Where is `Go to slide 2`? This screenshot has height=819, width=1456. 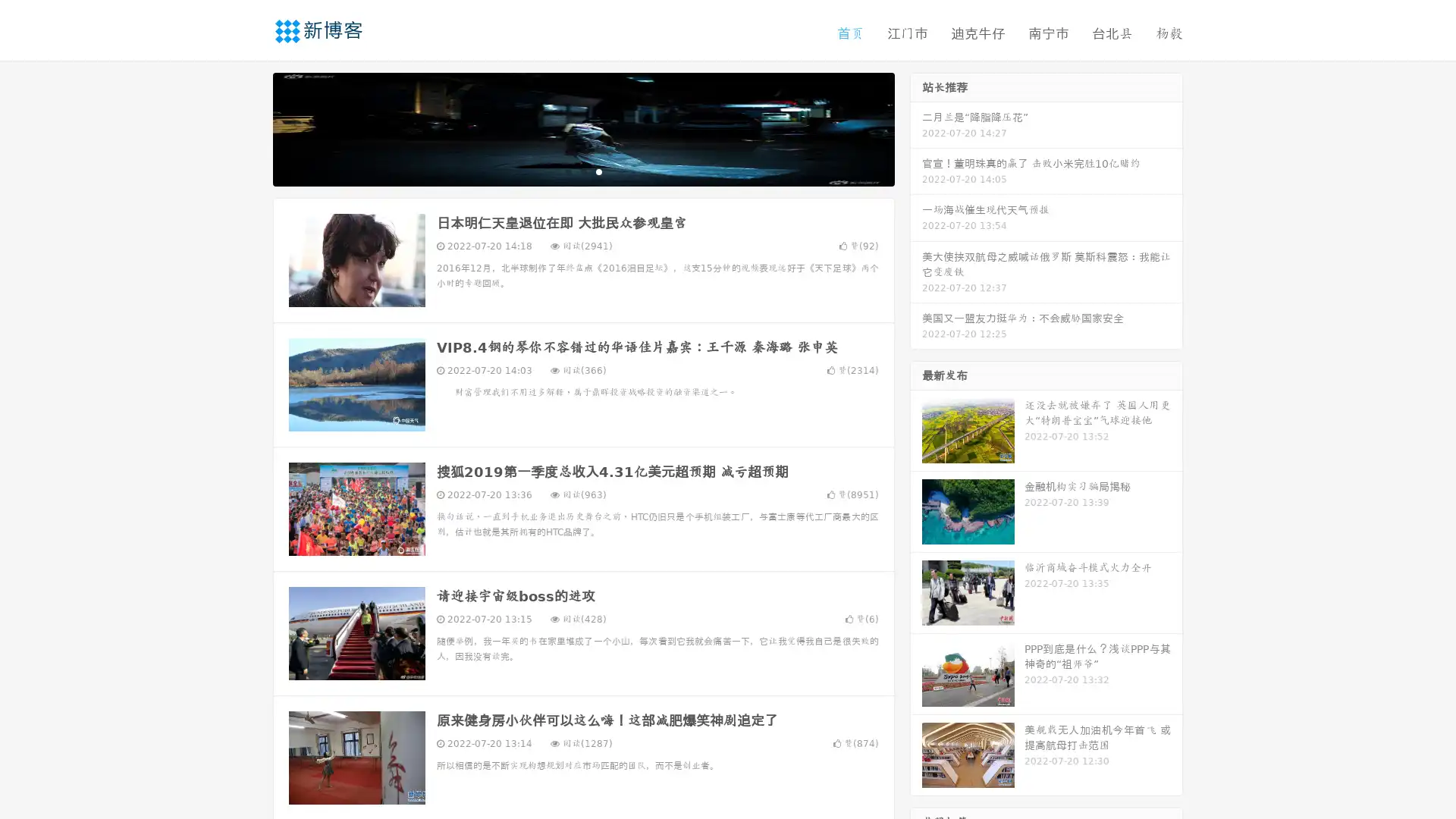
Go to slide 2 is located at coordinates (582, 171).